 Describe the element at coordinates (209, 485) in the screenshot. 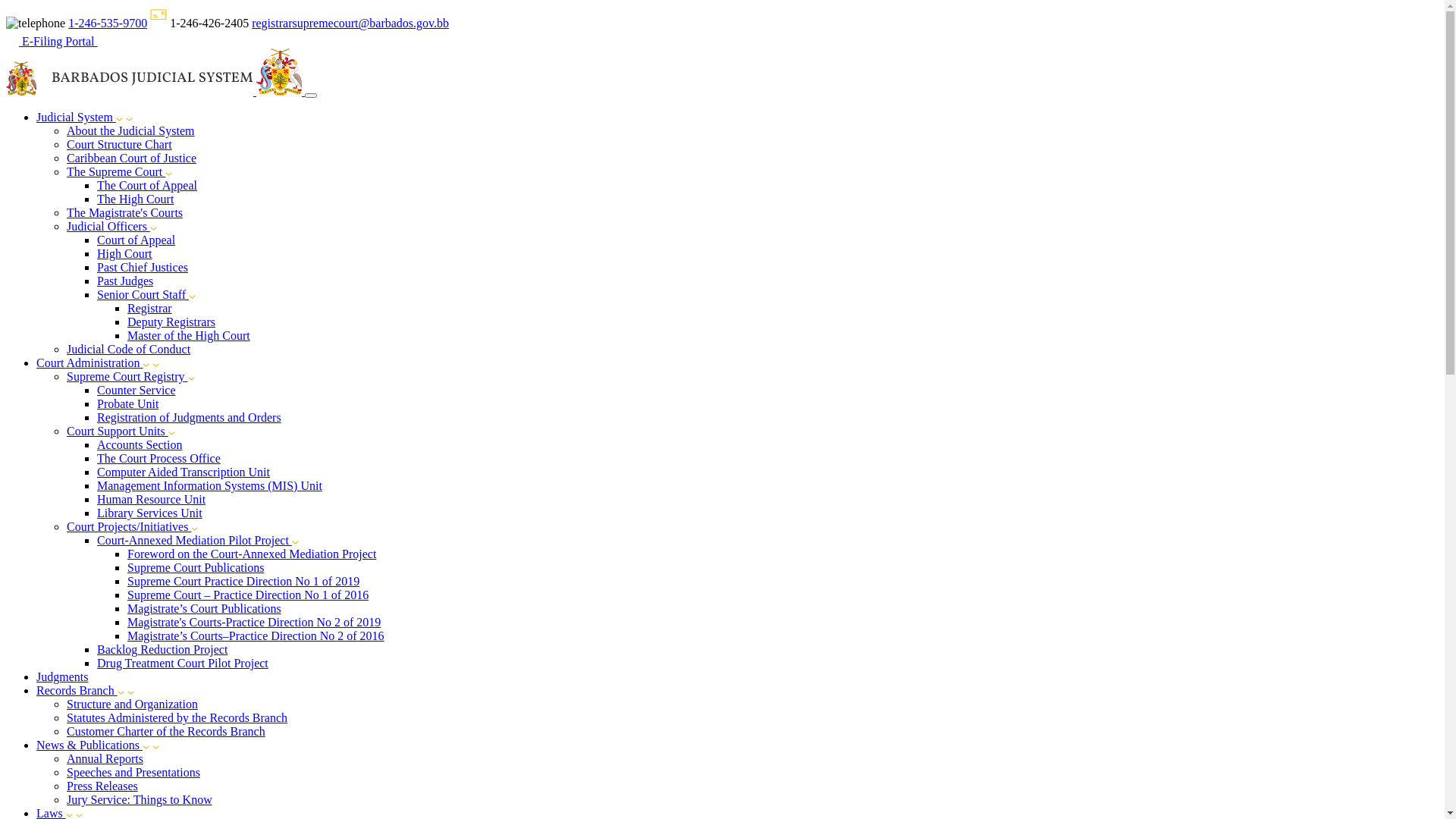

I see `'Management Information Systems (MIS) Unit'` at that location.